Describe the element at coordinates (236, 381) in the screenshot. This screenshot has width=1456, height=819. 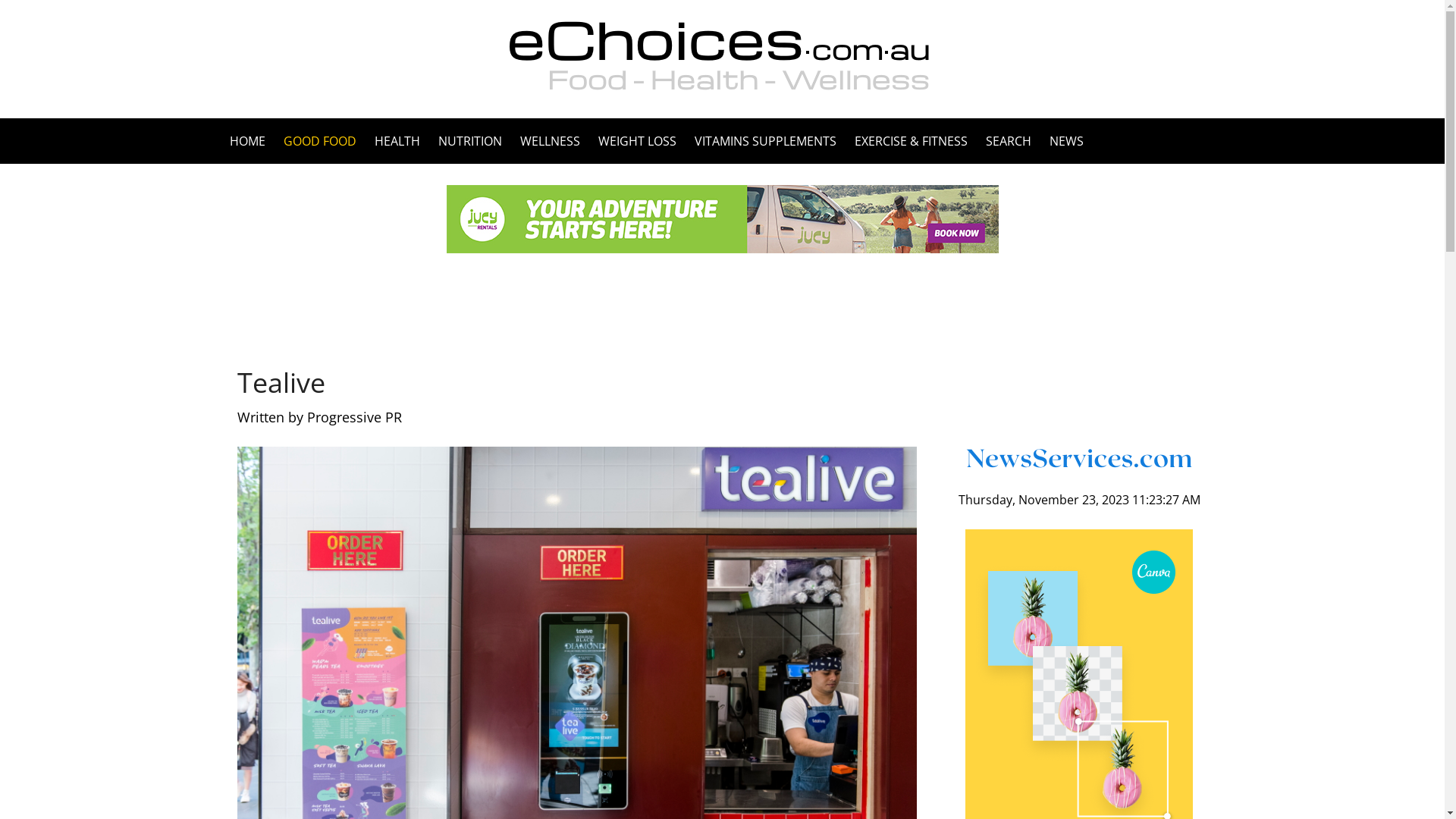
I see `'Tealive'` at that location.